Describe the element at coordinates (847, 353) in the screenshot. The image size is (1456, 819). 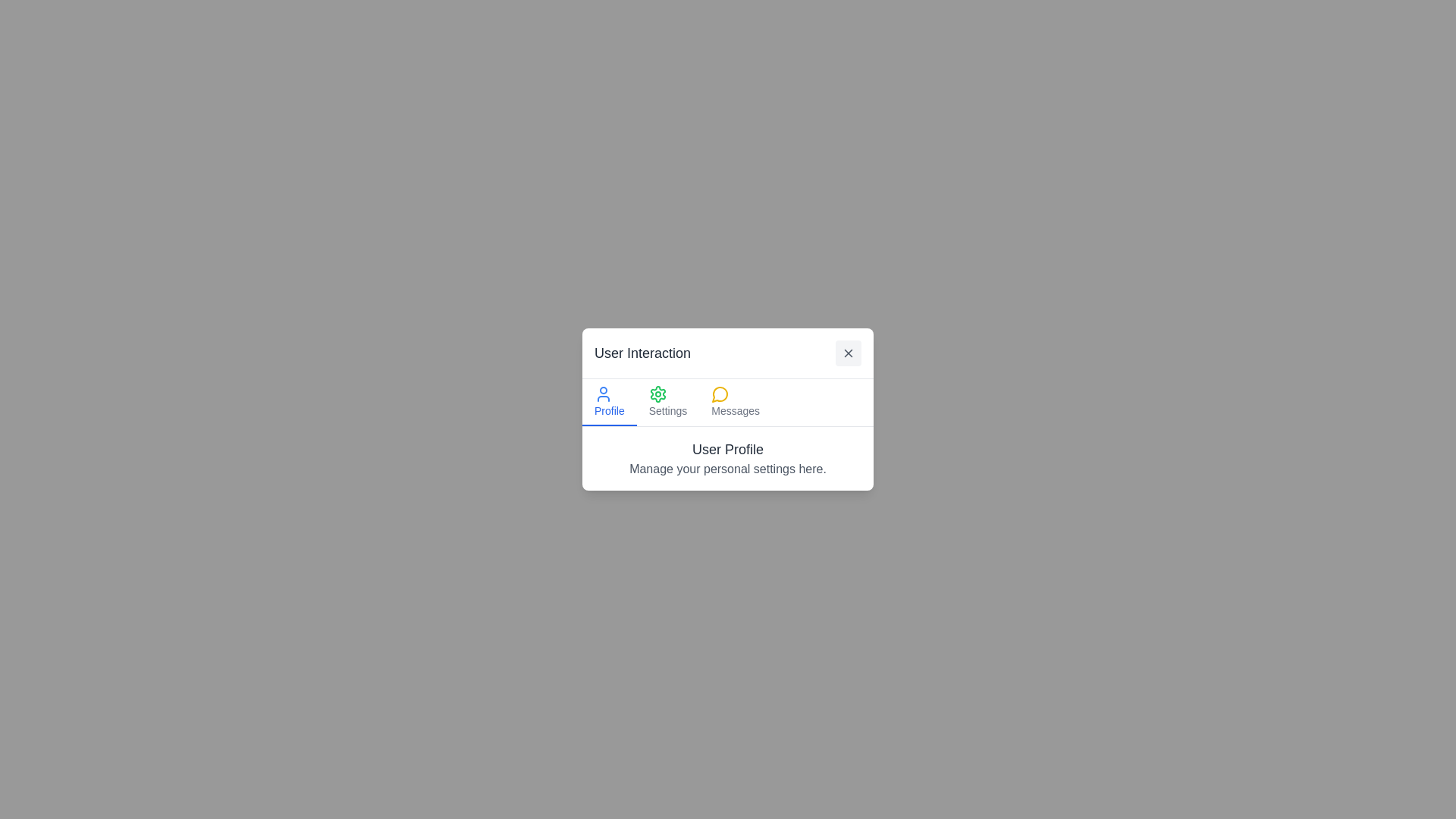
I see `the Close button located in the top right corner of the 'User Interaction' dialog` at that location.